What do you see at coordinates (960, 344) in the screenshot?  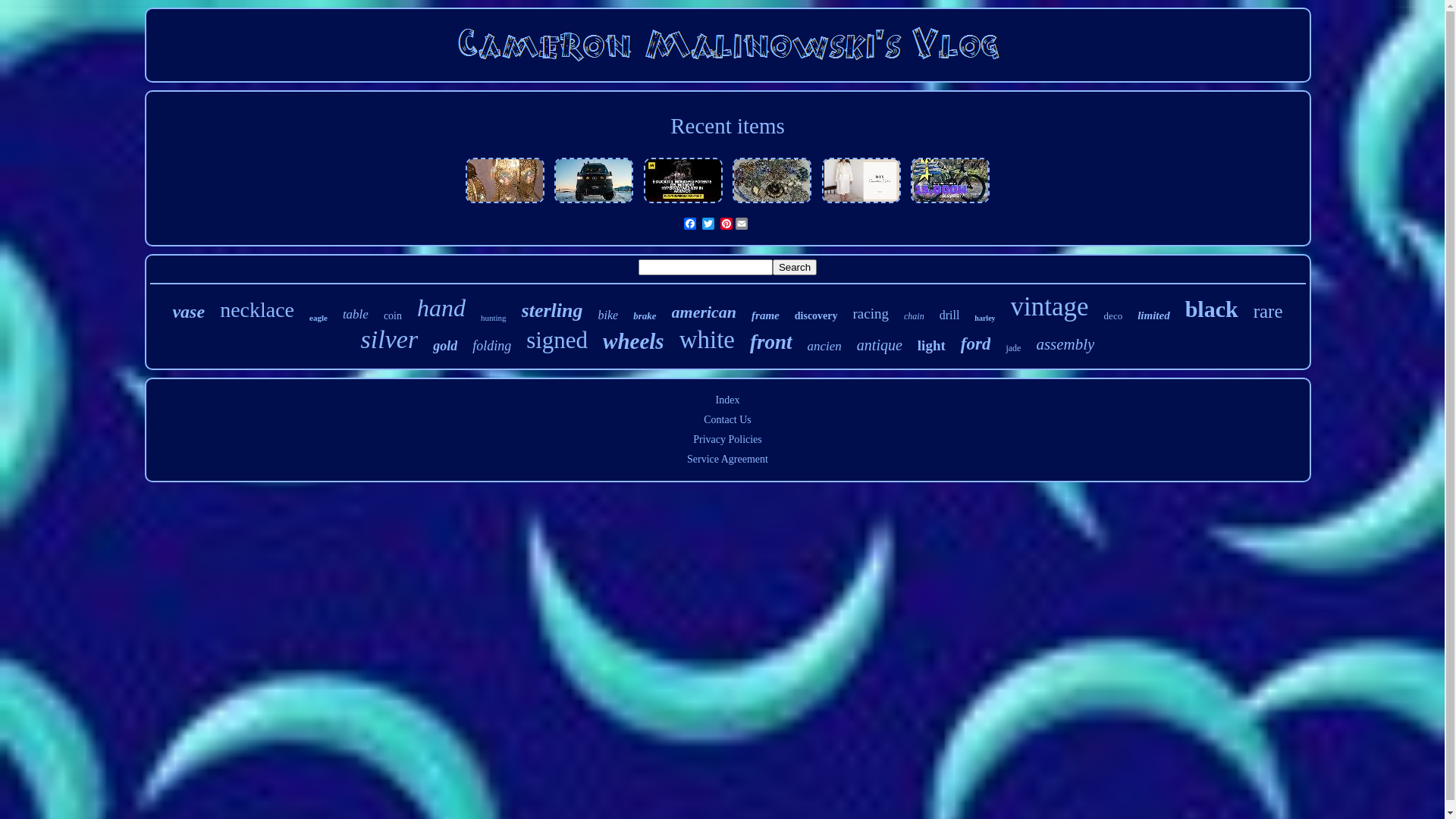 I see `'ford'` at bounding box center [960, 344].